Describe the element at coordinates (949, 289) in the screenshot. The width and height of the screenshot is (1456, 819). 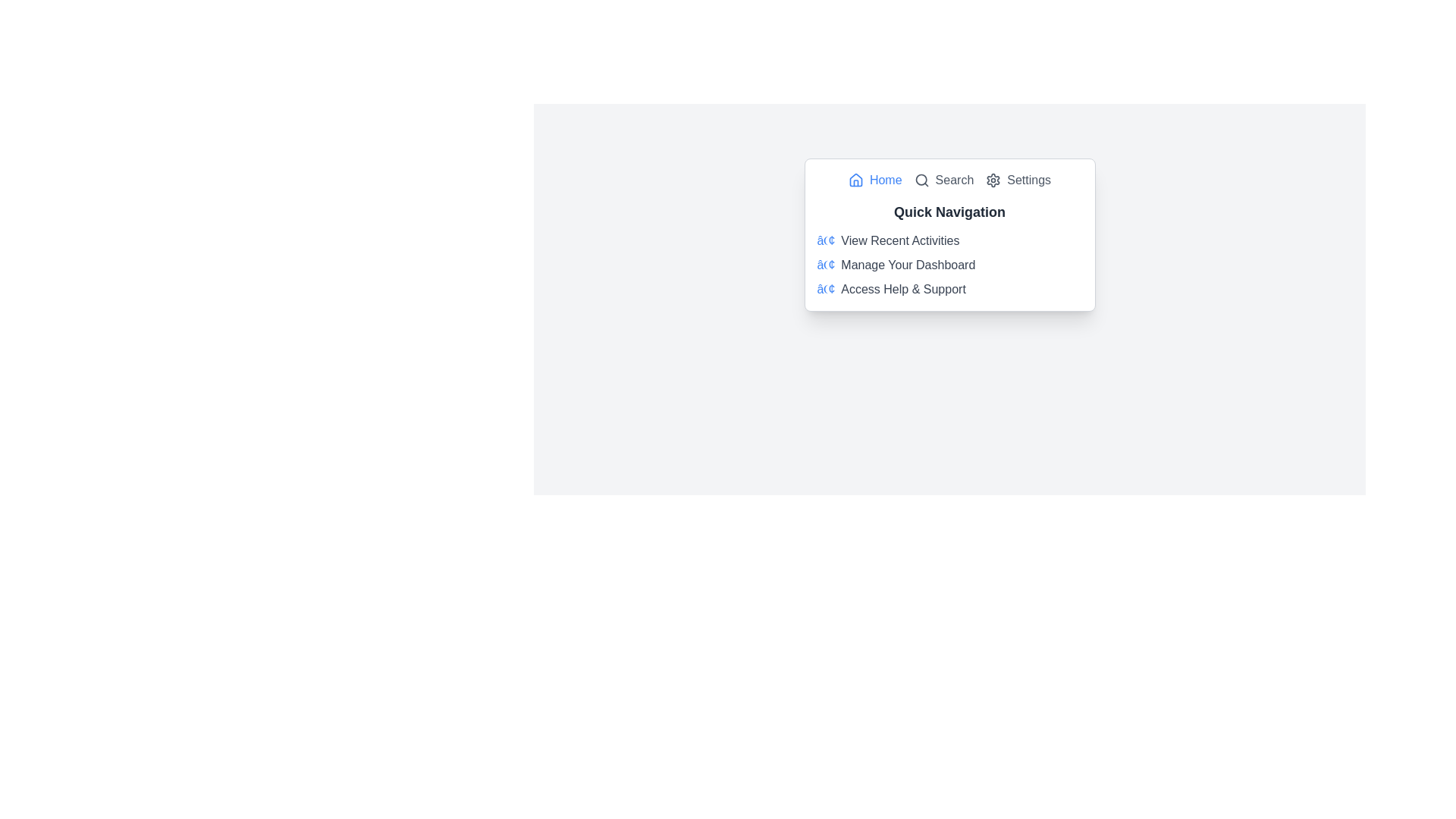
I see `the informational text element with an icon located in the Quick Navigation section, which is the third entry in the vertical list` at that location.